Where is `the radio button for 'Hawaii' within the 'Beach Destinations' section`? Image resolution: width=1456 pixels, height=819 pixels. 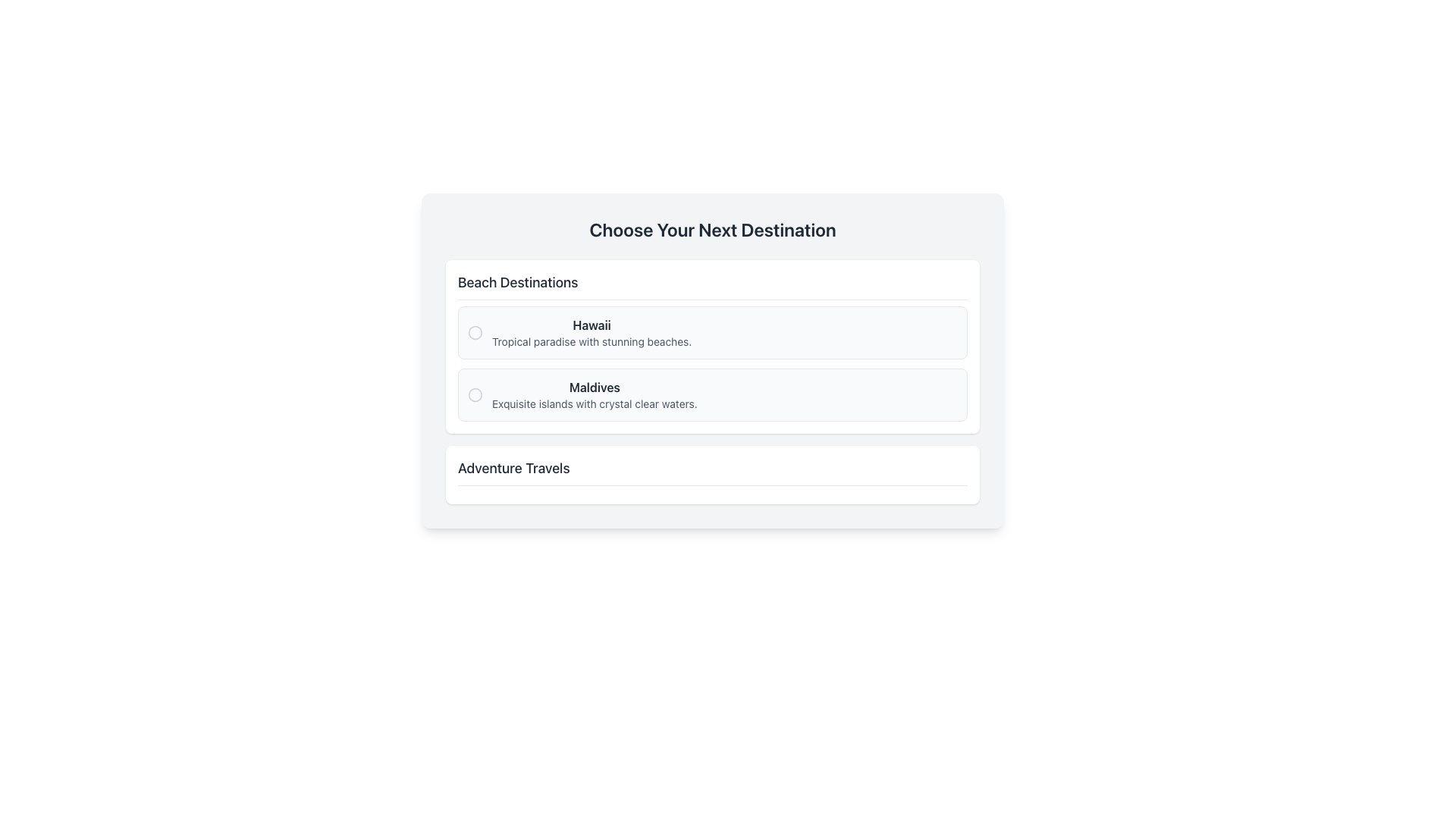 the radio button for 'Hawaii' within the 'Beach Destinations' section is located at coordinates (475, 332).